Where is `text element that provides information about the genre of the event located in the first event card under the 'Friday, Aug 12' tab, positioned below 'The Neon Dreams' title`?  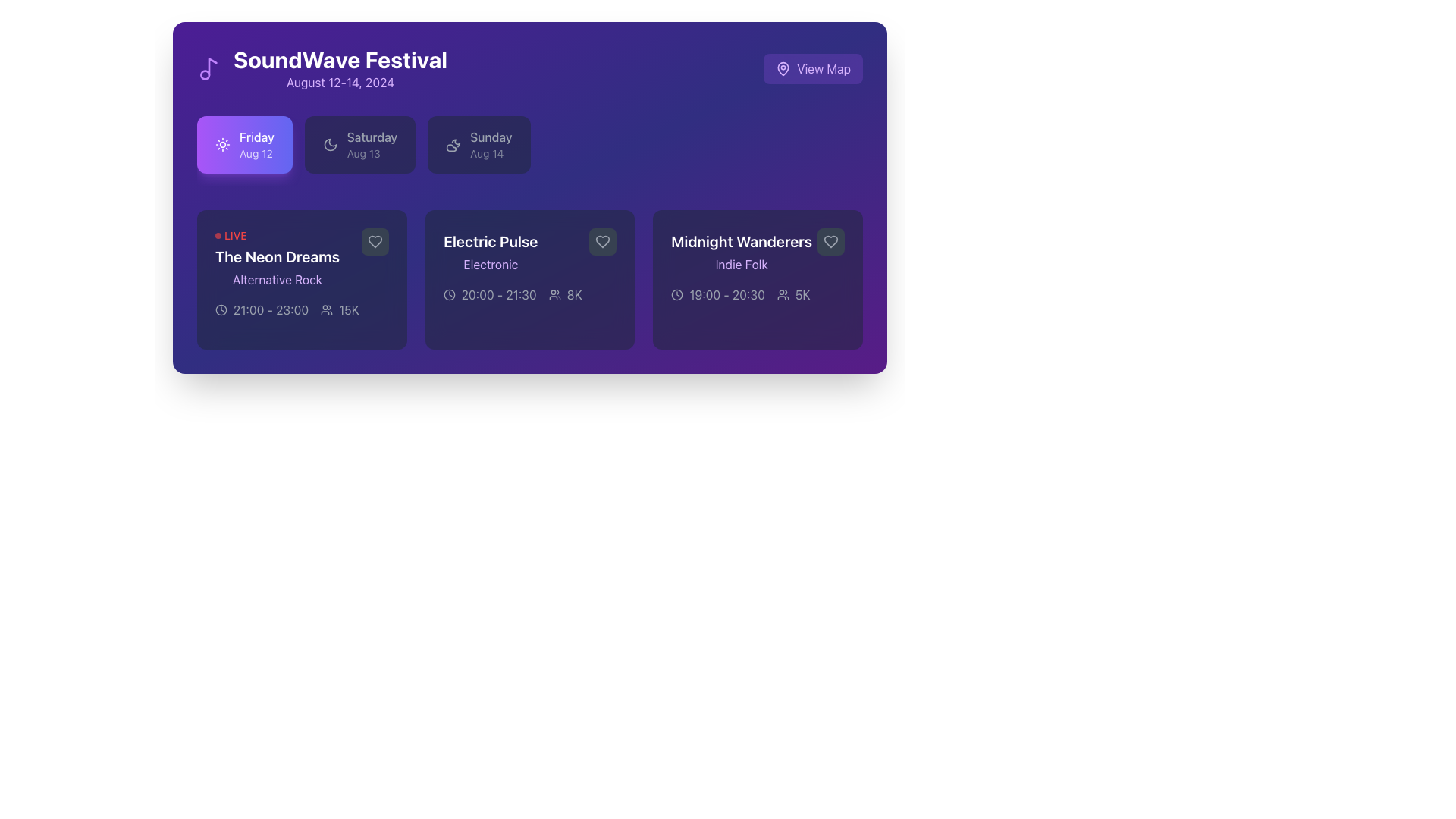 text element that provides information about the genre of the event located in the first event card under the 'Friday, Aug 12' tab, positioned below 'The Neon Dreams' title is located at coordinates (278, 280).